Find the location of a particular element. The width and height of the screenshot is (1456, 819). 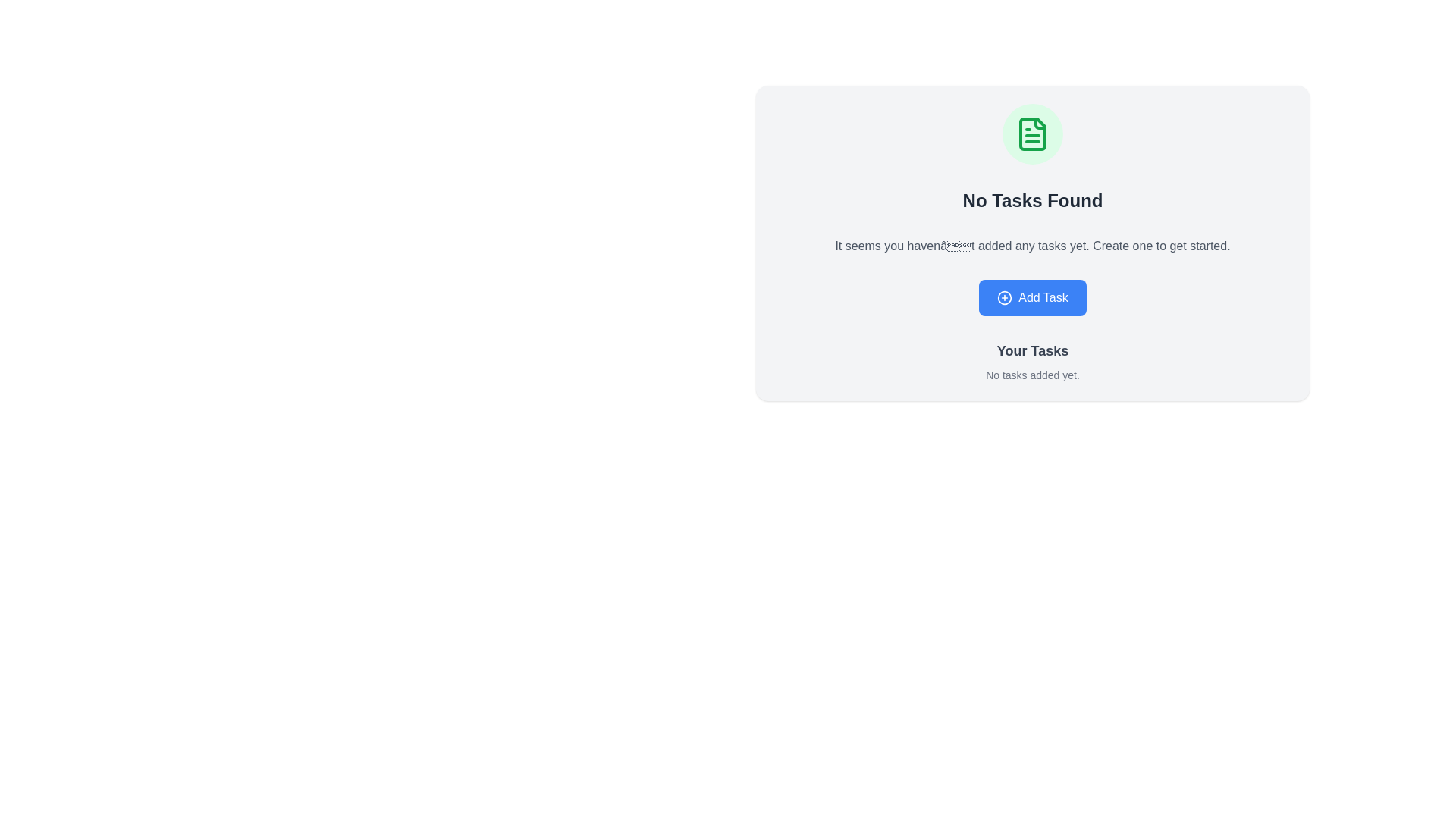

the Text Label that serves as a section title for the tasks section, positioned above the 'No tasks added yet.' message is located at coordinates (1032, 350).